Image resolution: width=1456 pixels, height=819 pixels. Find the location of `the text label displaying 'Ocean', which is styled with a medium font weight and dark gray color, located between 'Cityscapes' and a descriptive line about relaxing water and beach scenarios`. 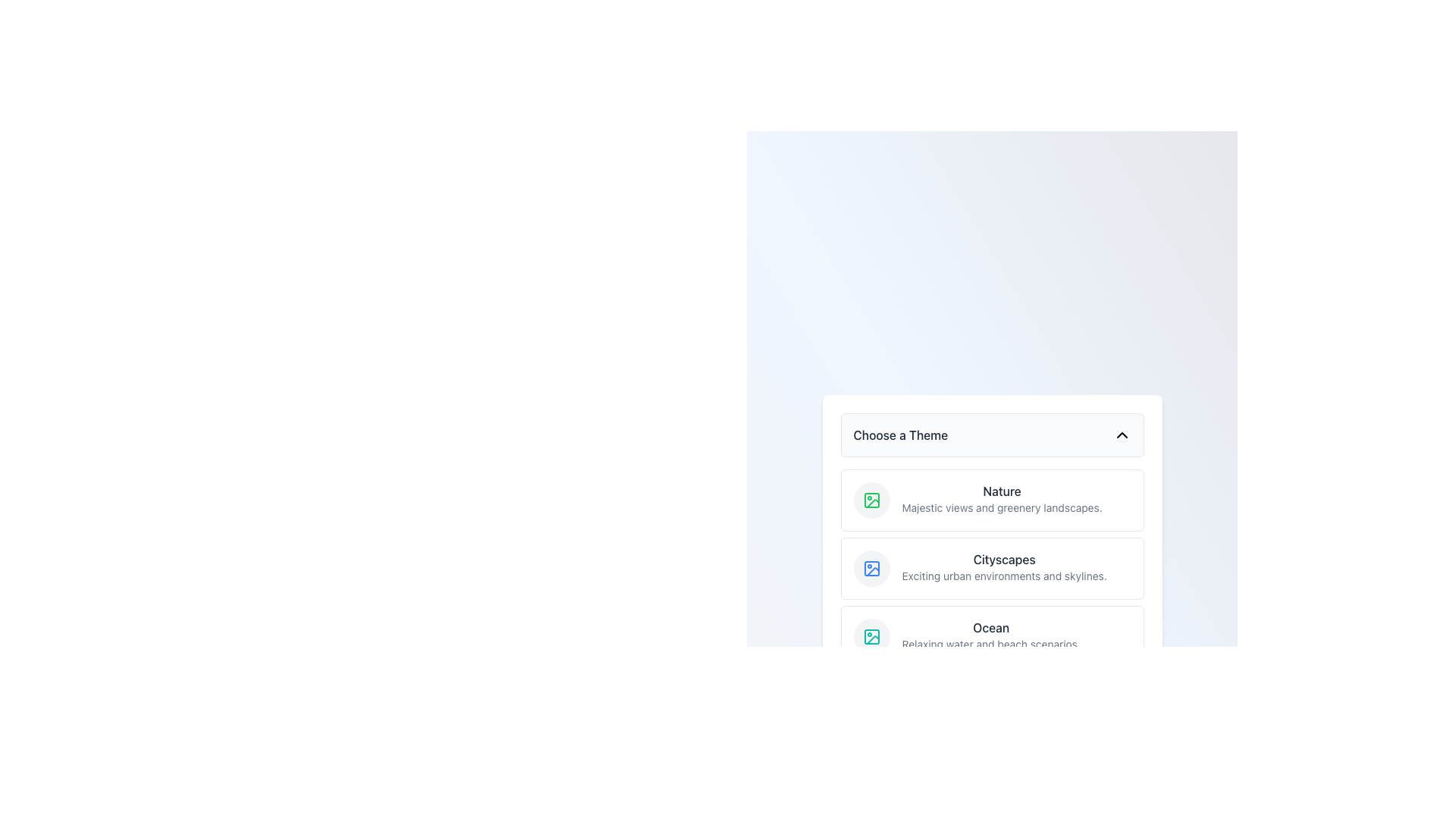

the text label displaying 'Ocean', which is styled with a medium font weight and dark gray color, located between 'Cityscapes' and a descriptive line about relaxing water and beach scenarios is located at coordinates (991, 628).